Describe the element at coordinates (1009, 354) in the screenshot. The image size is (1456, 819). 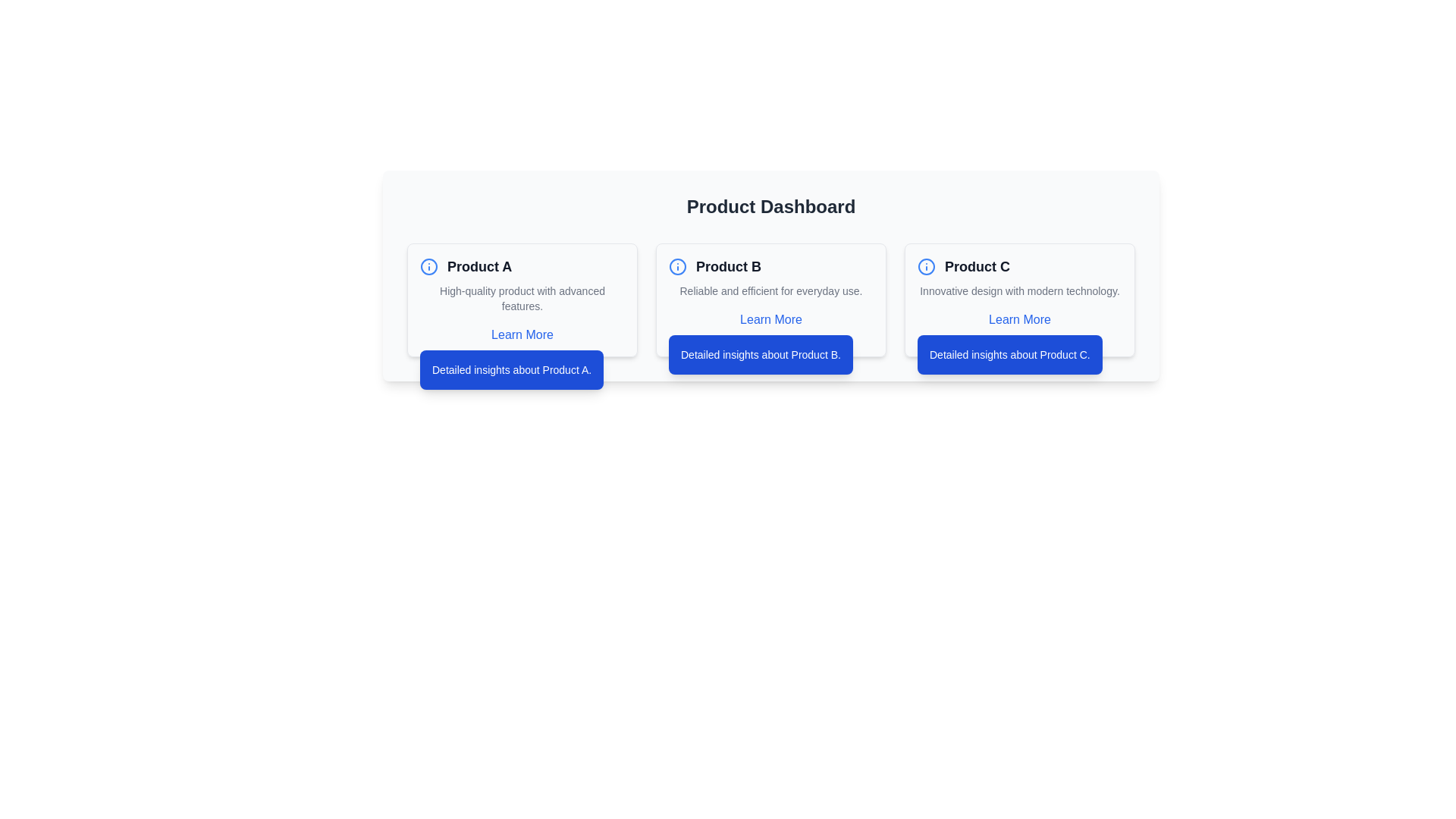
I see `the Tooltip that provides additional information about 'Product C' positioned below the 'Learn More' link` at that location.